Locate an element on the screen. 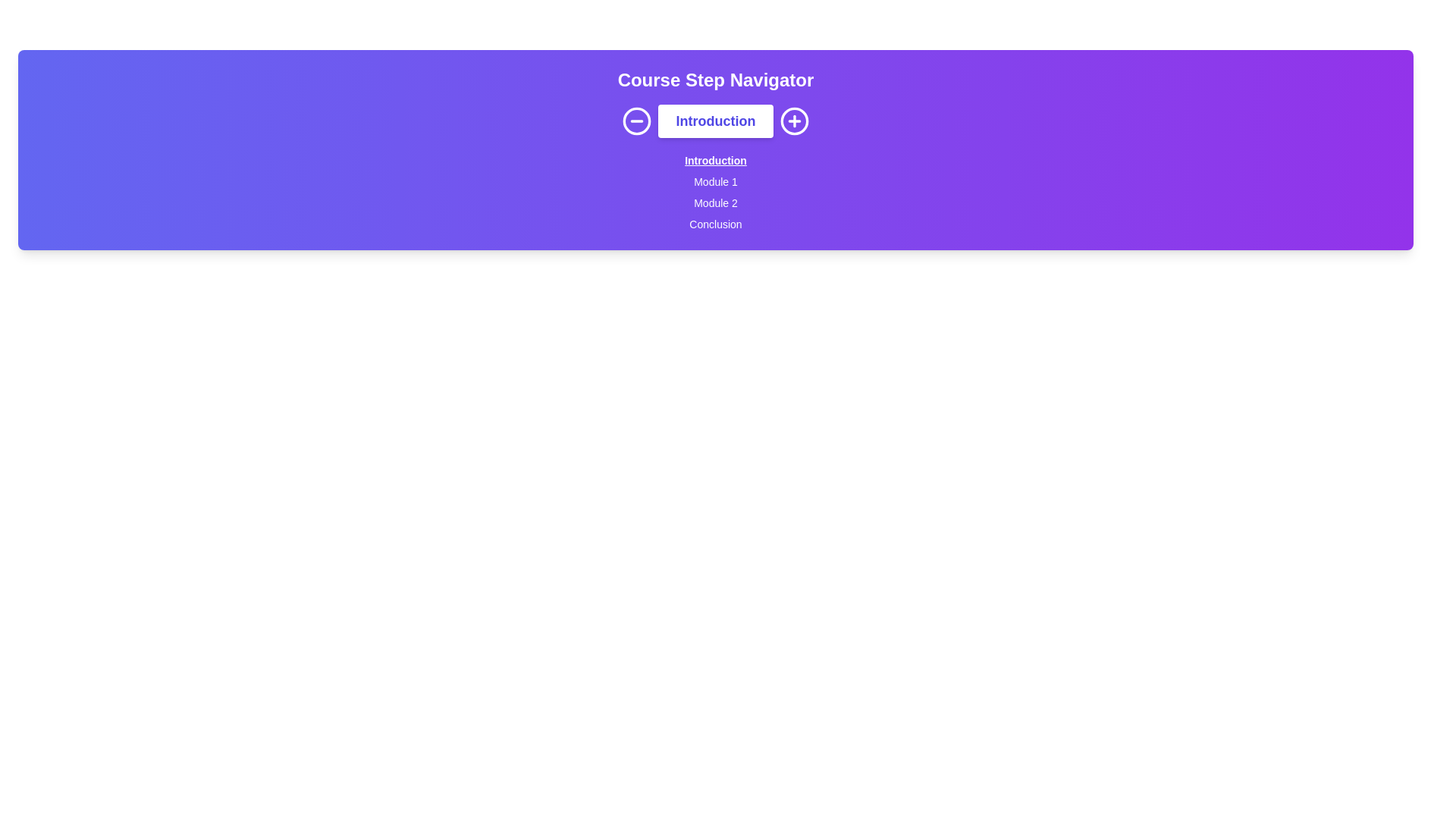 The height and width of the screenshot is (819, 1456). the graphic component centered within the 'circle plus' icon, which is located to the right of the 'Introduction' button in the navigation bar is located at coordinates (794, 120).